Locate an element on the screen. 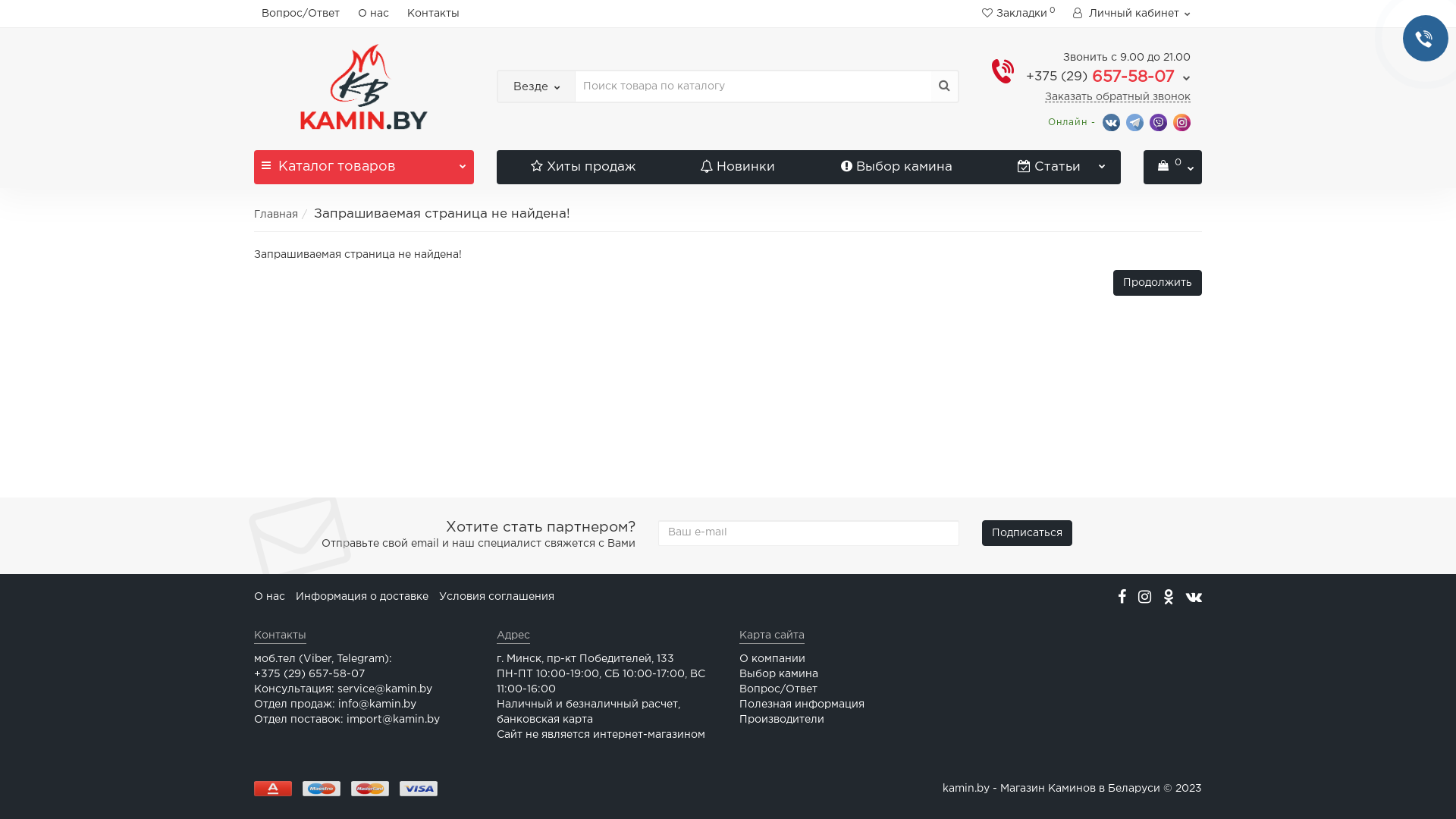  '+375 (29) 657-58-07' is located at coordinates (1026, 76).